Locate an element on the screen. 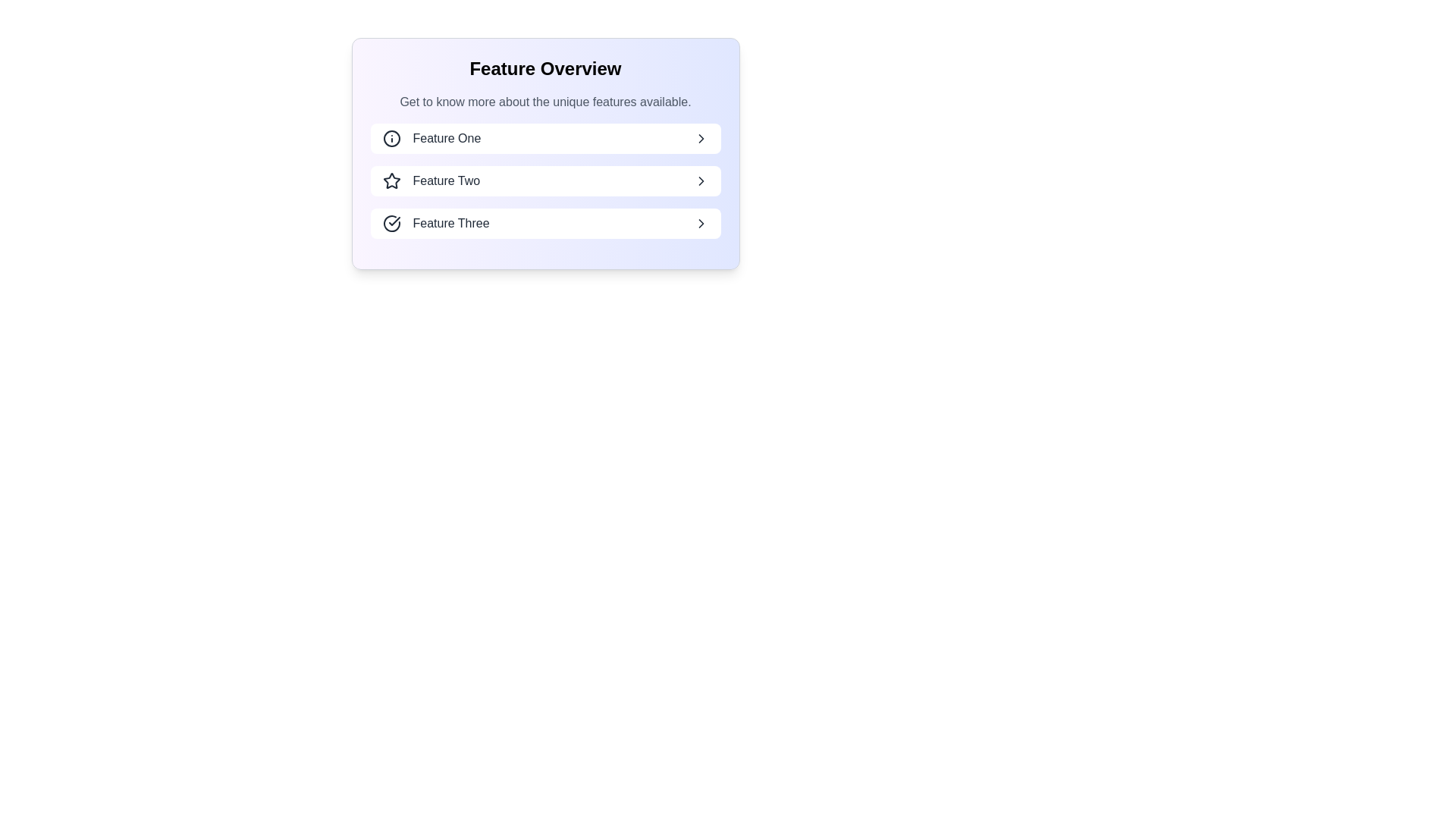  the third item in the vertical list, which is used for navigation and presents additional information about the labeled feature is located at coordinates (435, 223).